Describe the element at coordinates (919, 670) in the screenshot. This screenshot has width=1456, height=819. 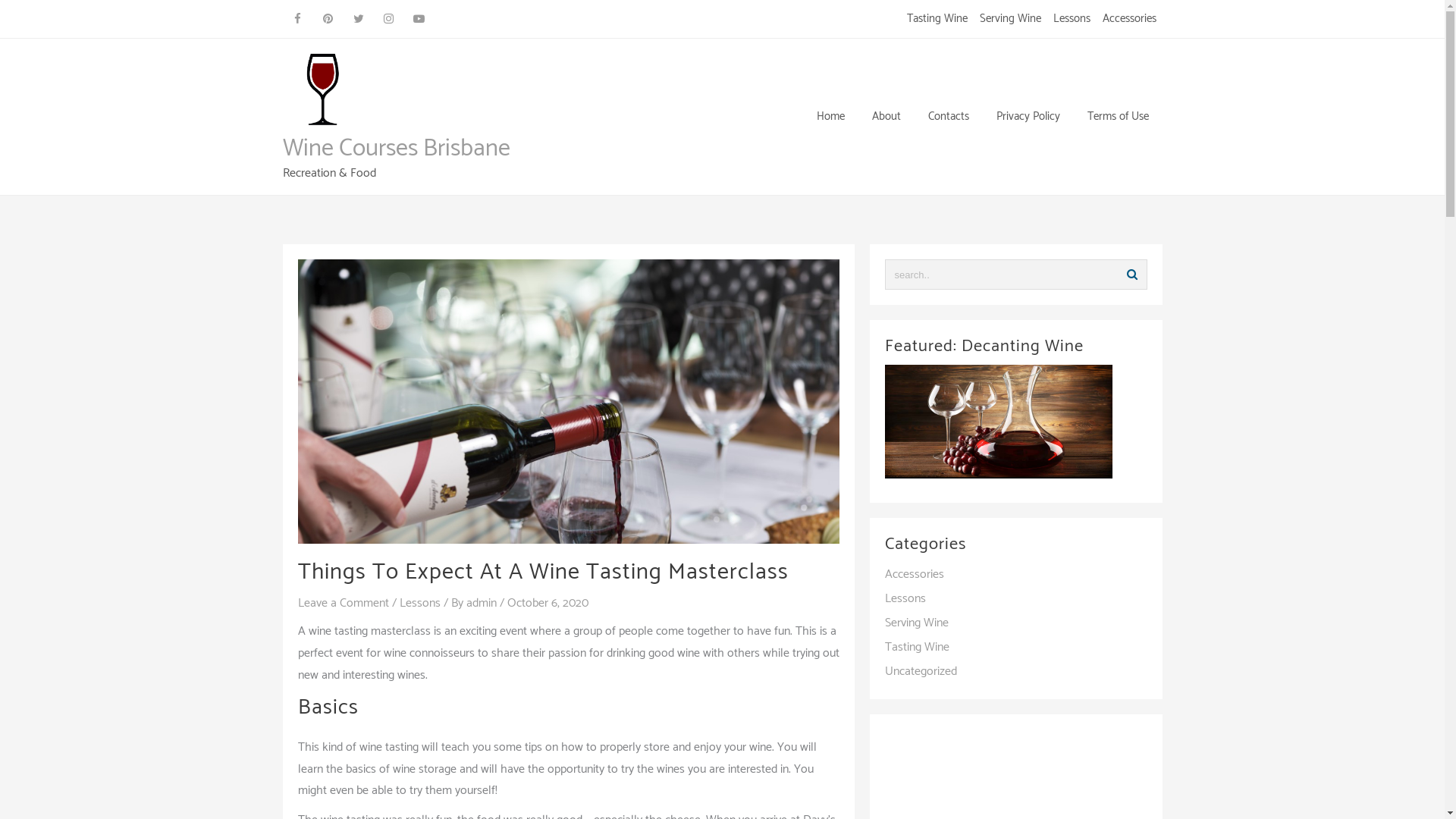
I see `'Uncategorized'` at that location.